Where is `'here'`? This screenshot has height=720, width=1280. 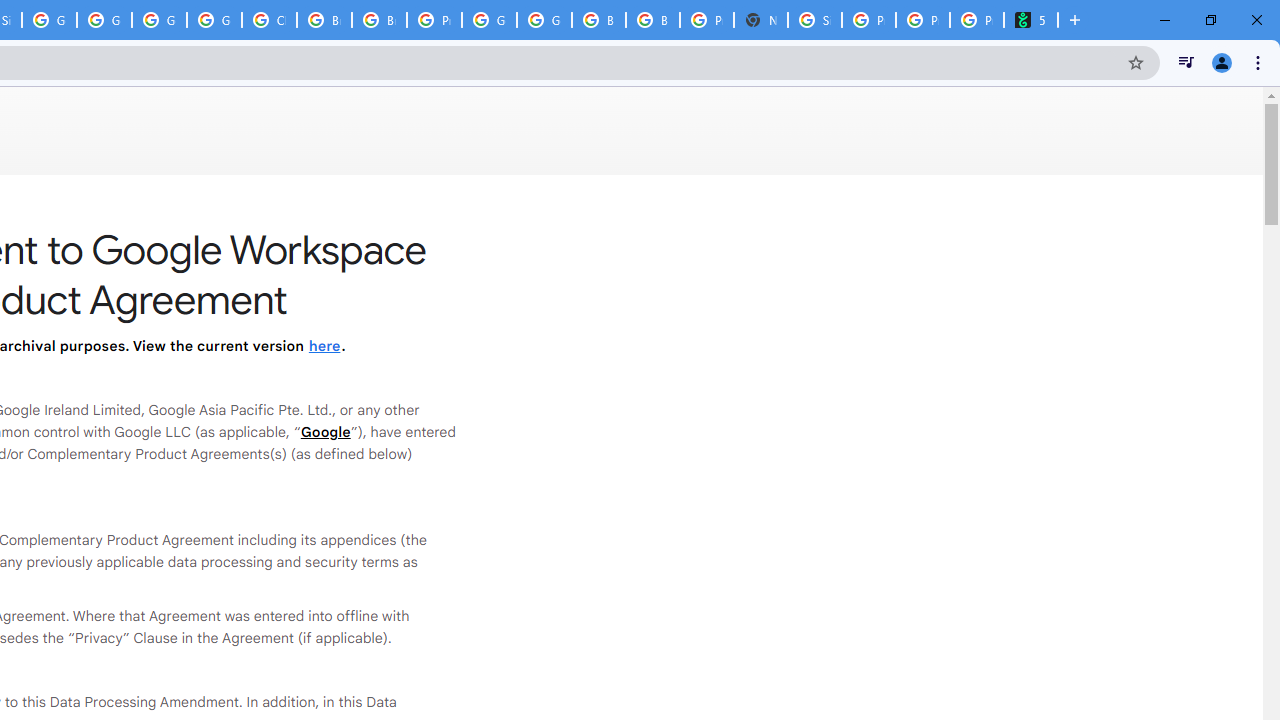 'here' is located at coordinates (324, 344).